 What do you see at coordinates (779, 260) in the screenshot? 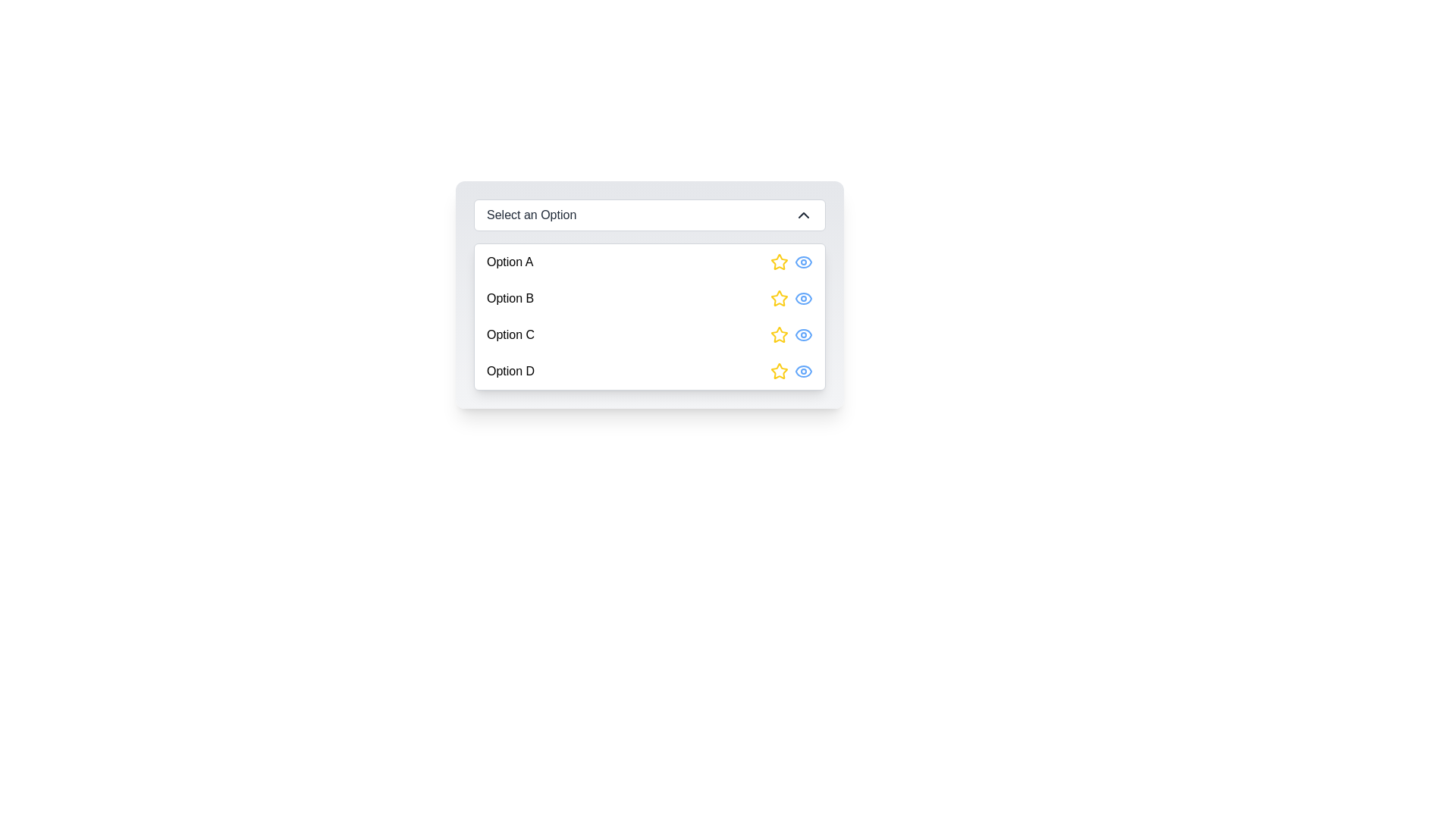
I see `the Rating icon styled as a star for 'Option A'` at bounding box center [779, 260].